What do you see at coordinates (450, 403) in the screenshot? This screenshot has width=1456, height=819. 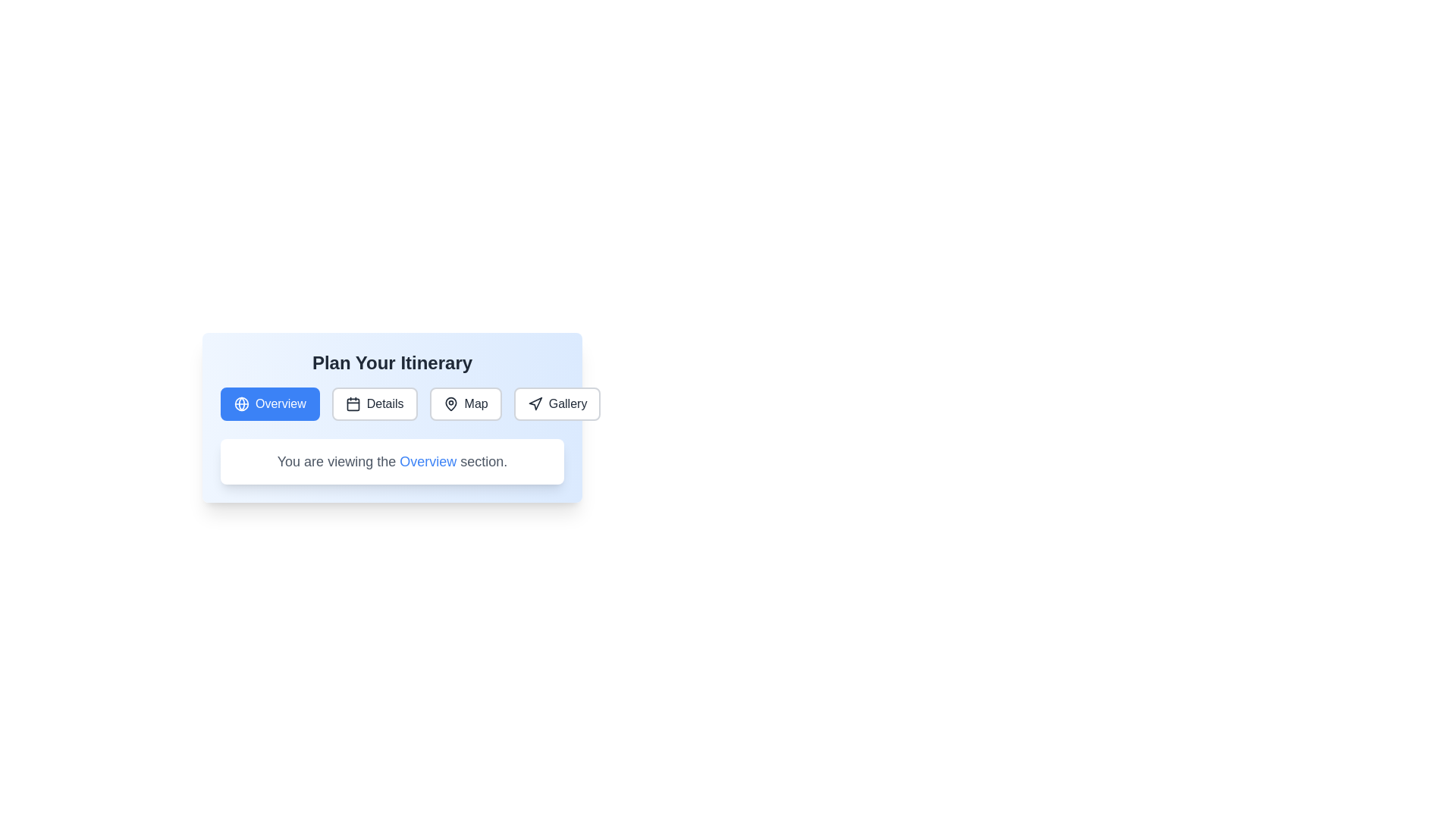 I see `the map pin icon within the 'Map' button located in the navigation section labeled 'Plan Your Itinerary'` at bounding box center [450, 403].